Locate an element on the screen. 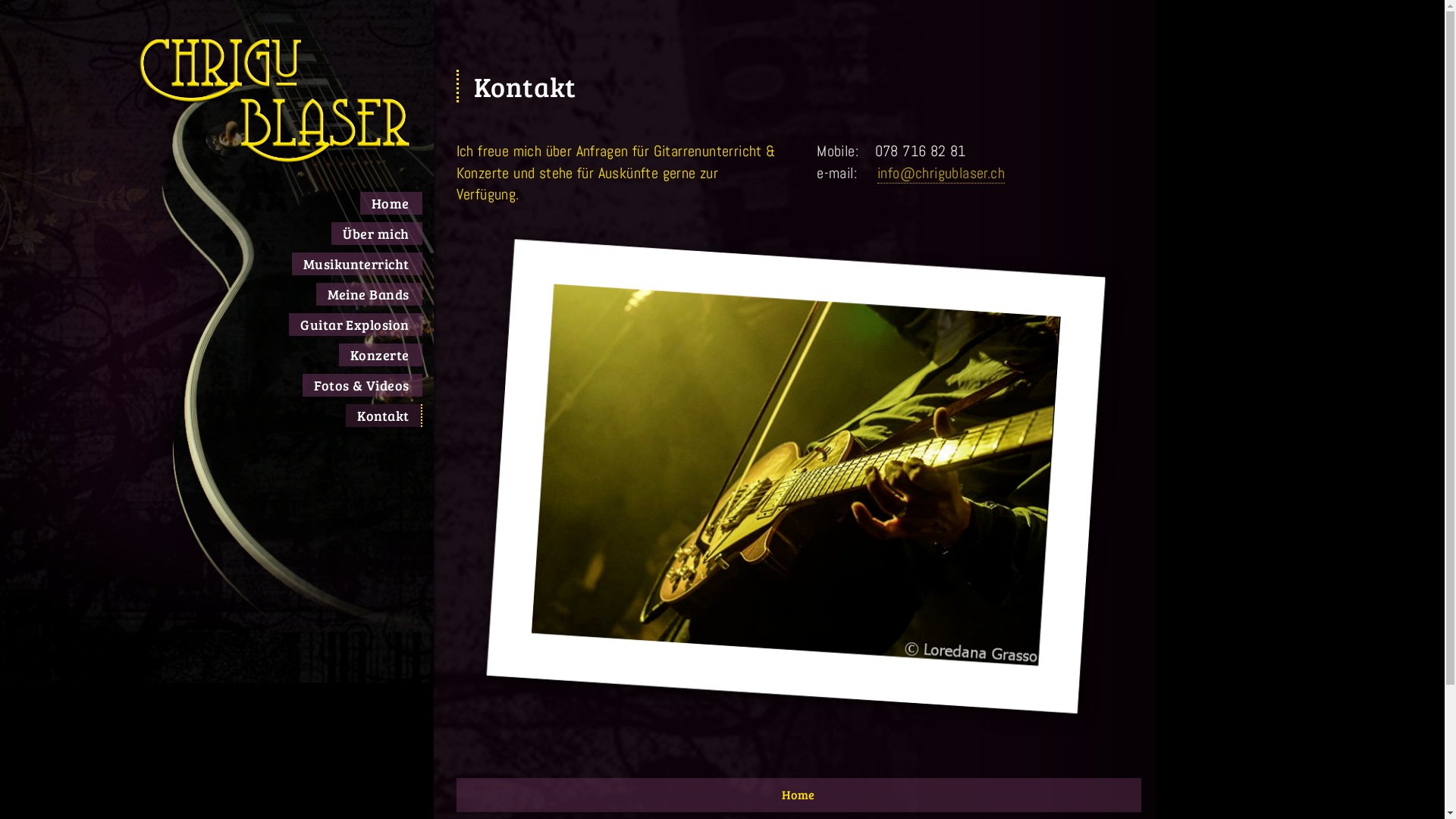 The image size is (1456, 819). 'info@chrigublaser.ch' is located at coordinates (877, 172).